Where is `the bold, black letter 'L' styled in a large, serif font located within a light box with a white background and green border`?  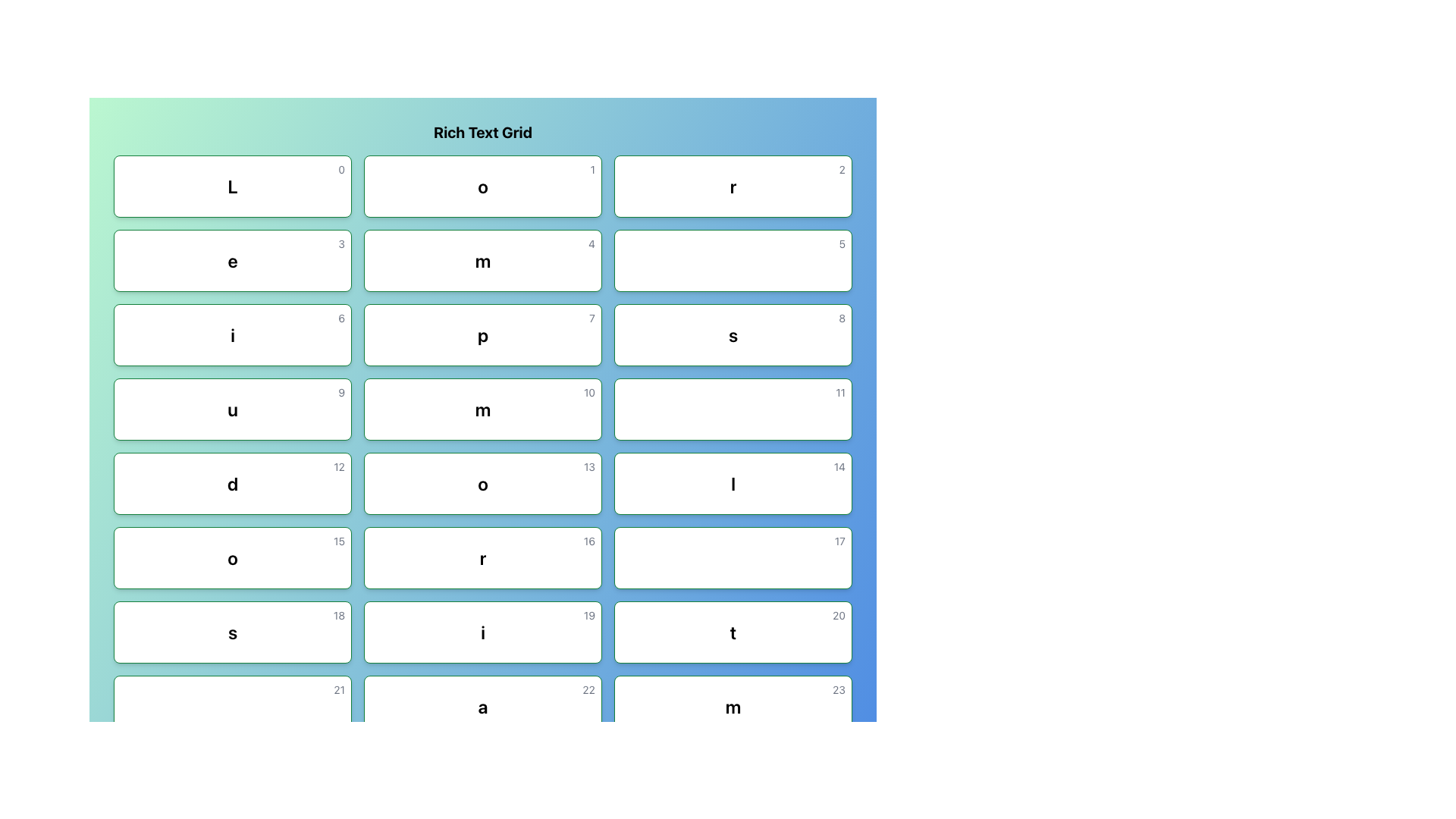
the bold, black letter 'L' styled in a large, serif font located within a light box with a white background and green border is located at coordinates (232, 186).